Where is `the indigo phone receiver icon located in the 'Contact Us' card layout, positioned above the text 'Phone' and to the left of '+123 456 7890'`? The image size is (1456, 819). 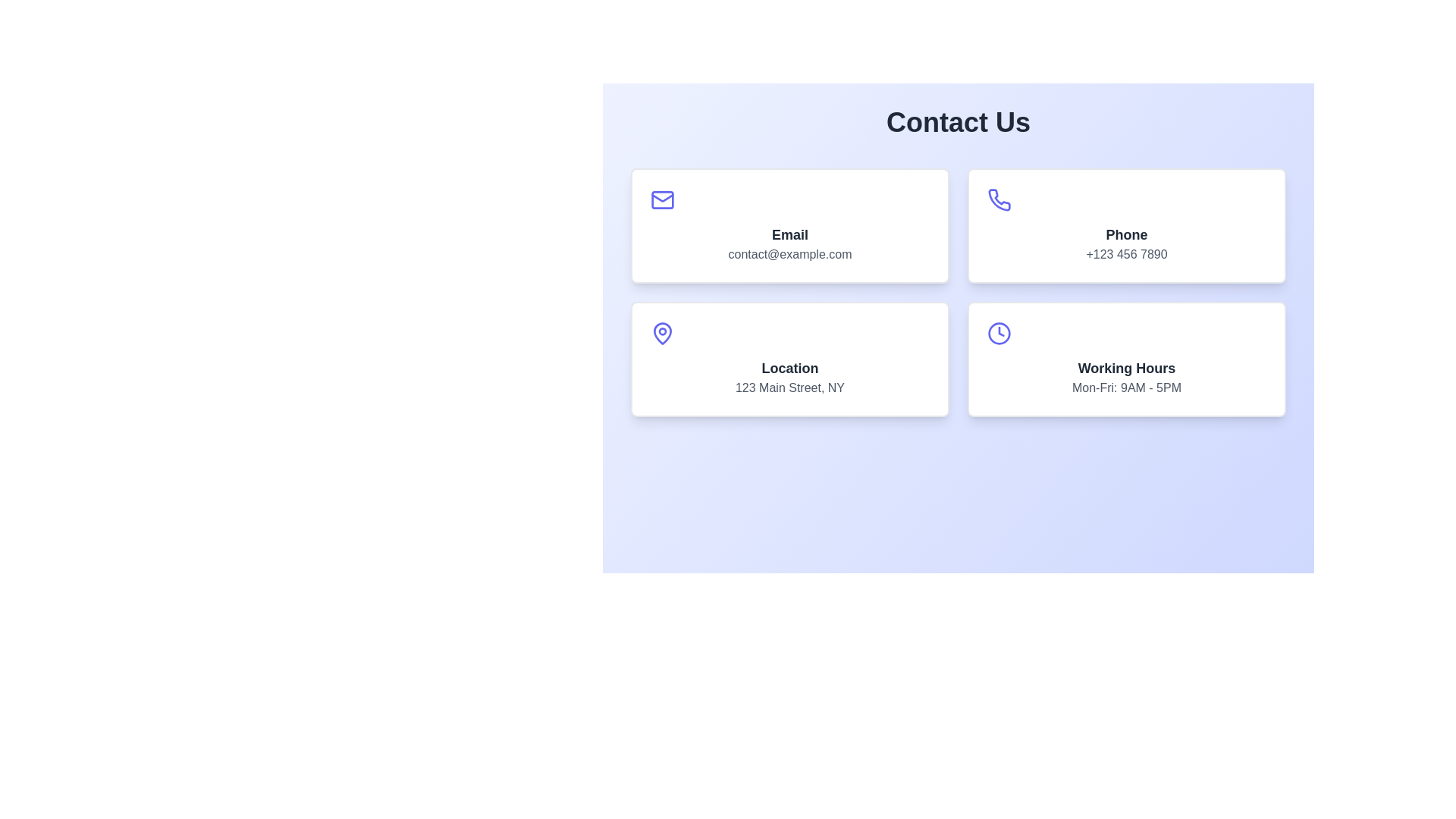 the indigo phone receiver icon located in the 'Contact Us' card layout, positioned above the text 'Phone' and to the left of '+123 456 7890' is located at coordinates (999, 199).